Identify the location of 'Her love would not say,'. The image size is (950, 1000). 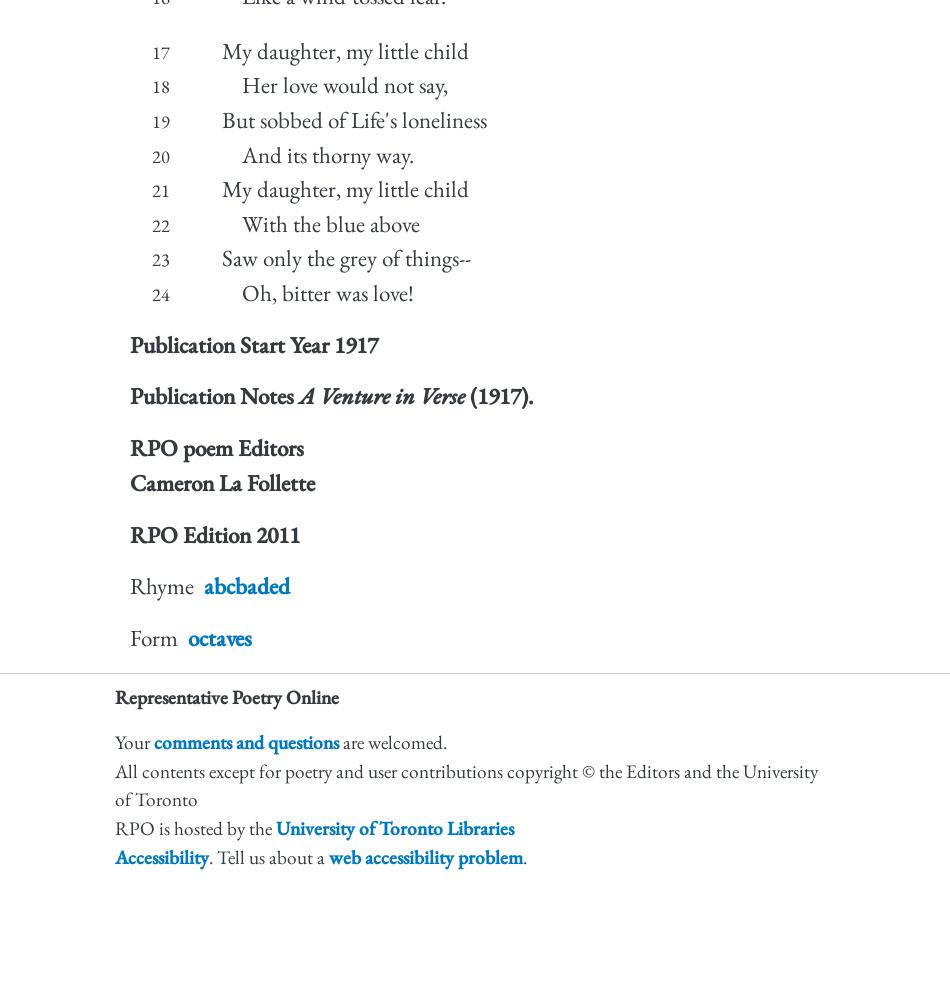
(333, 84).